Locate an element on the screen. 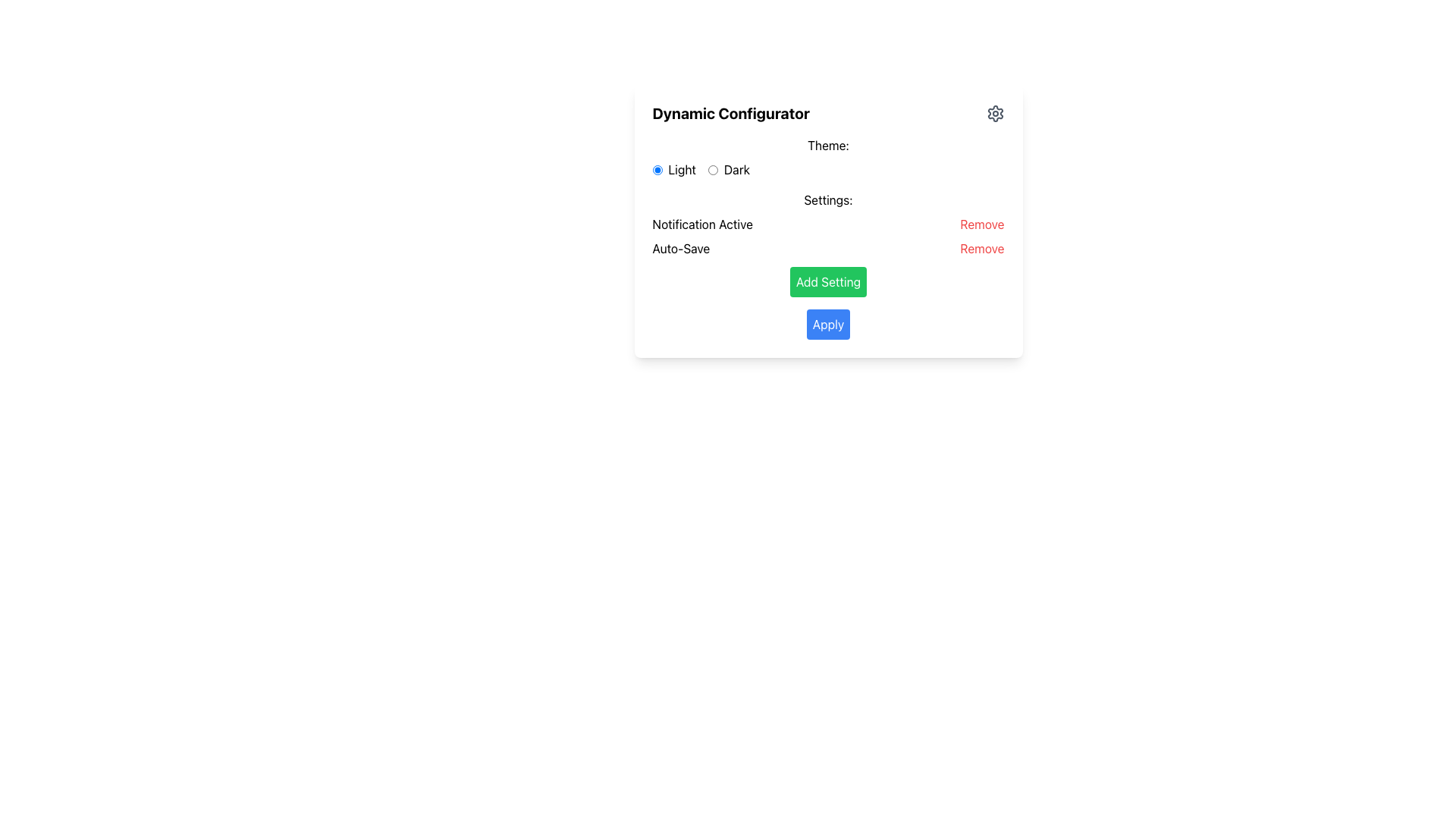 This screenshot has height=819, width=1456. the 'Dark' theme radio button is located at coordinates (712, 169).